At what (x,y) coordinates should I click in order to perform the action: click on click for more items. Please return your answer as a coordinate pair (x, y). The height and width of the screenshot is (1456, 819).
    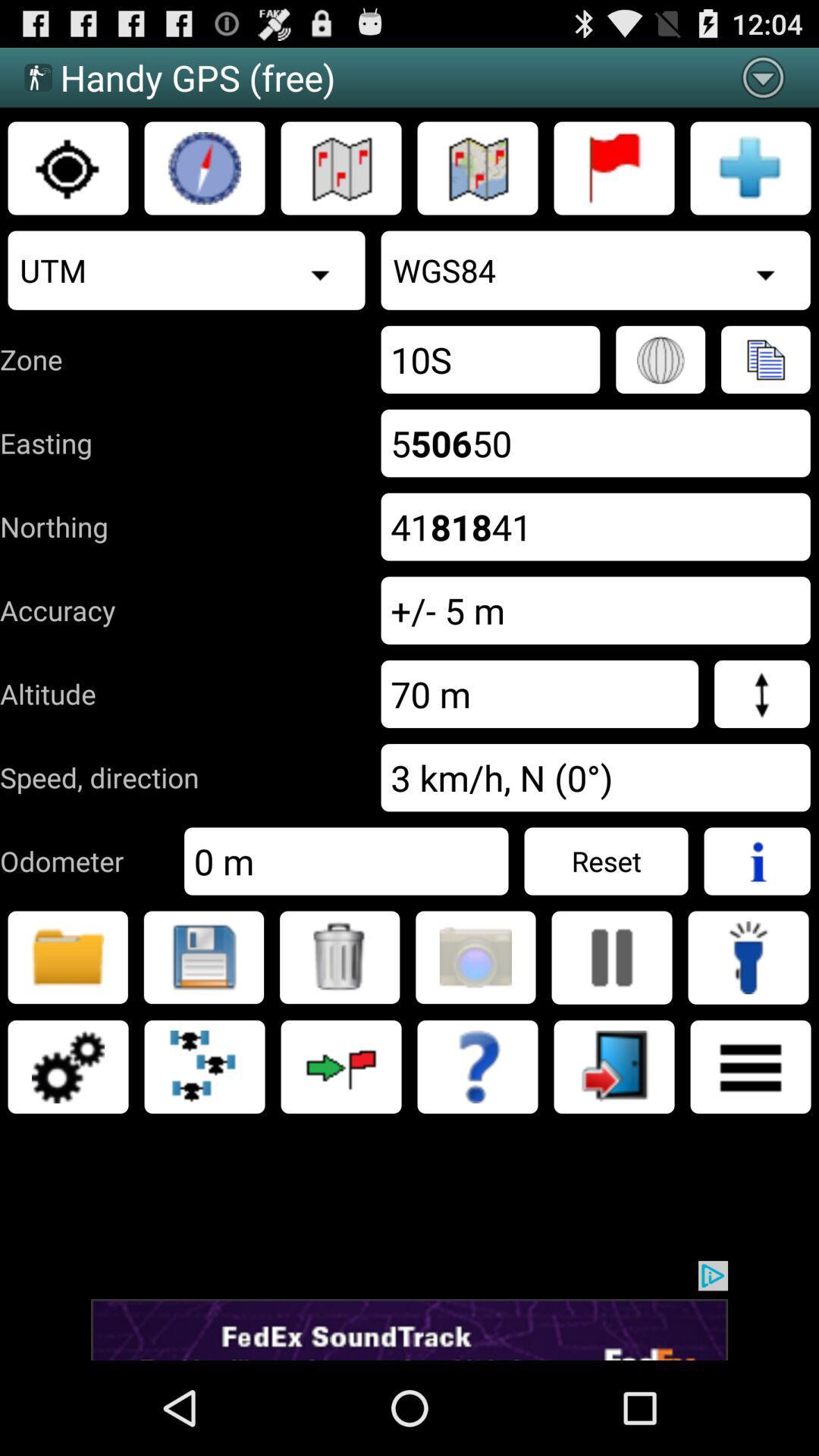
    Looking at the image, I should click on (751, 1065).